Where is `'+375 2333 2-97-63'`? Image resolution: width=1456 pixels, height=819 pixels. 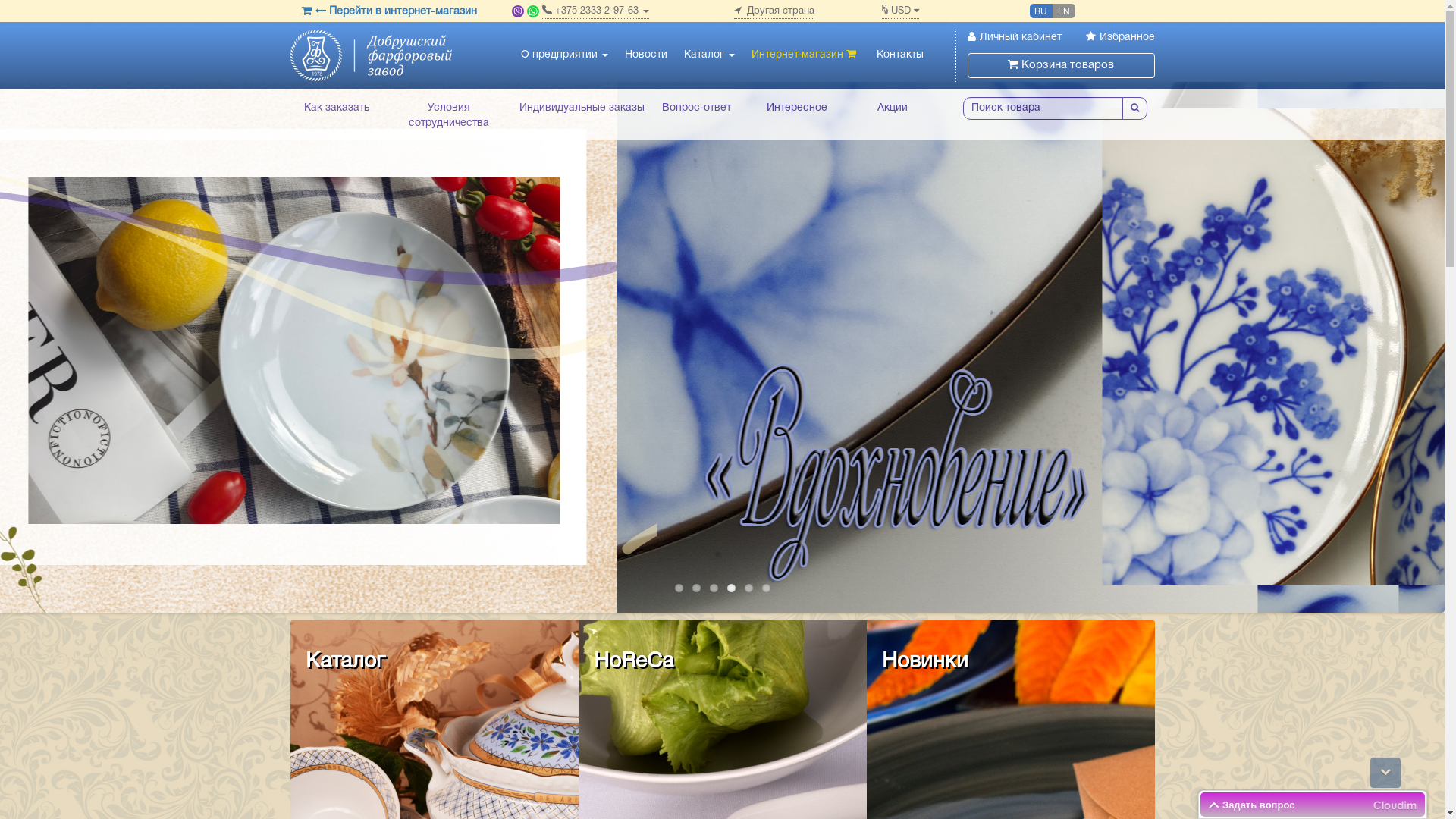
'+375 2333 2-97-63' is located at coordinates (542, 11).